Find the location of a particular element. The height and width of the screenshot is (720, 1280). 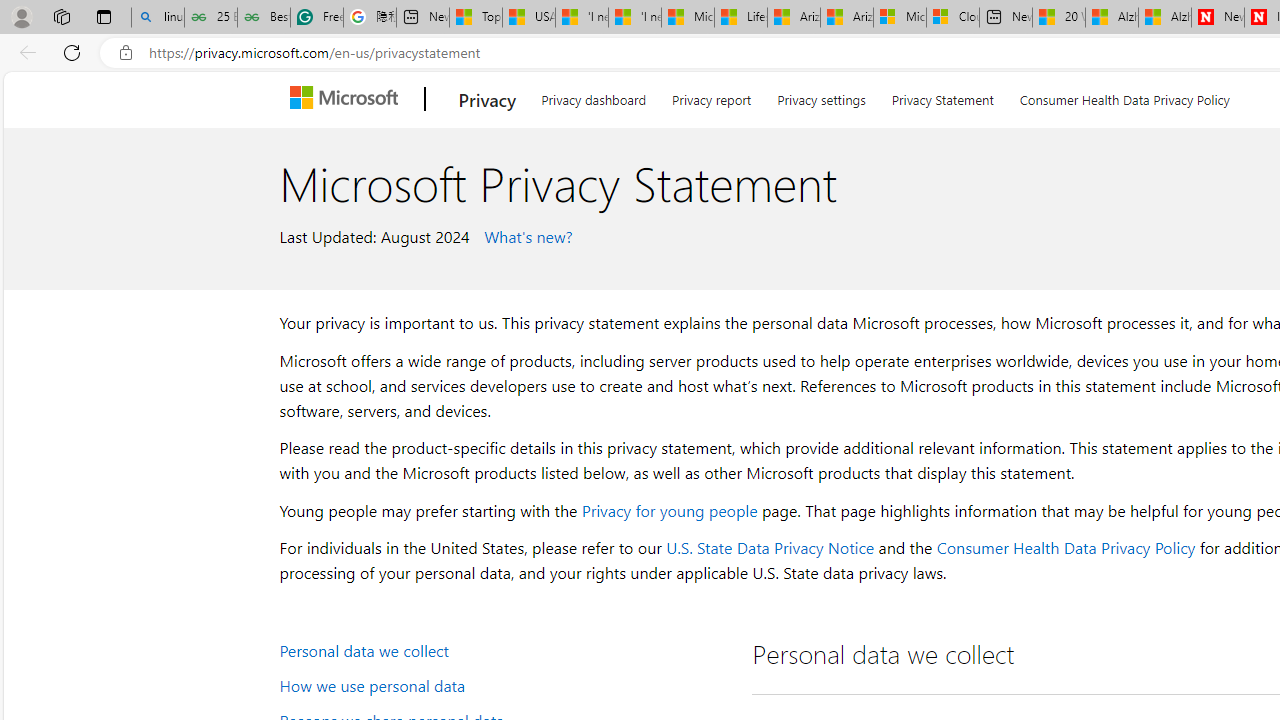

'Free AI Writing Assistance for Students | Grammarly' is located at coordinates (315, 17).